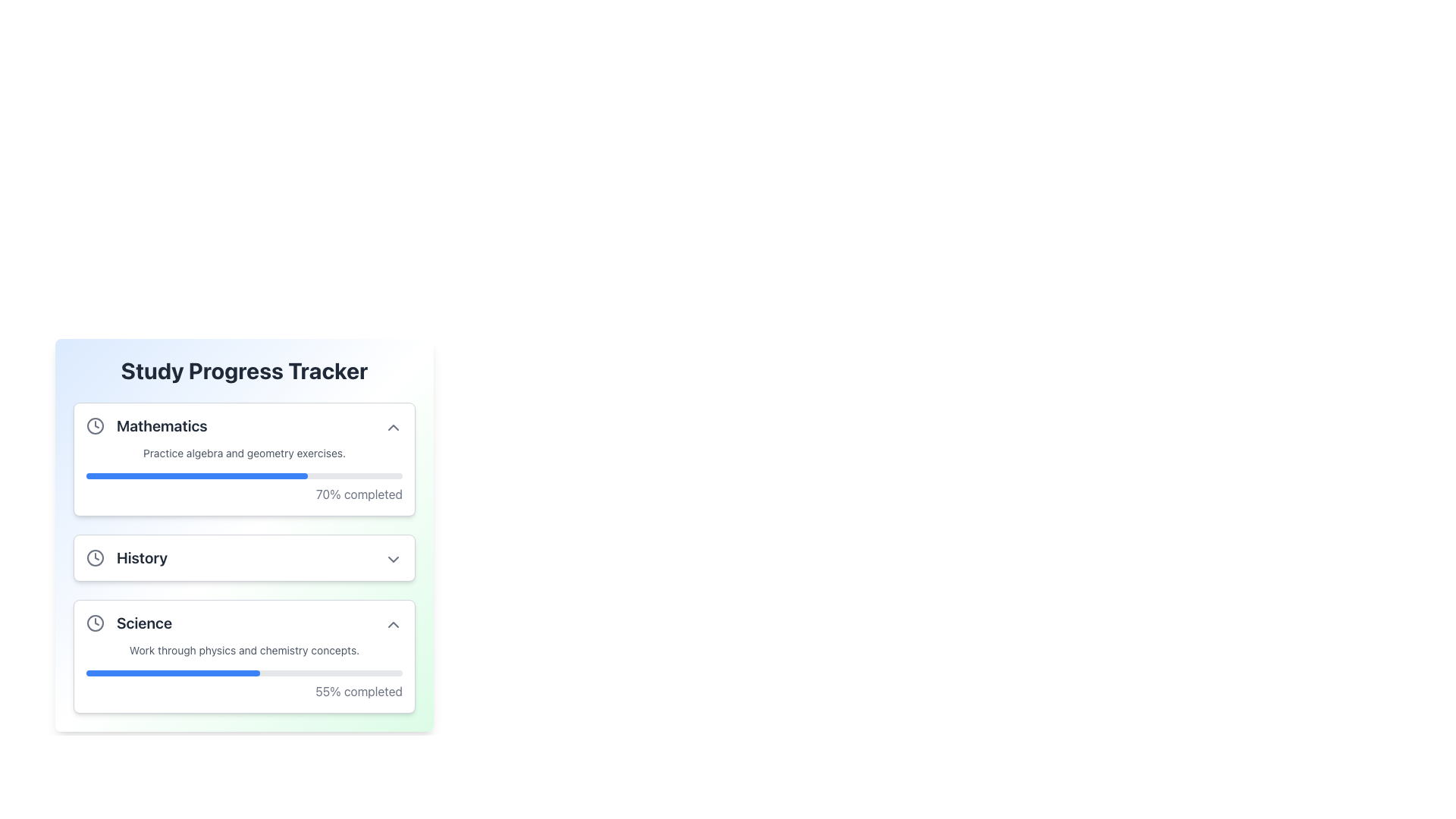 The height and width of the screenshot is (819, 1456). Describe the element at coordinates (244, 671) in the screenshot. I see `the progress bar labeled 'Work through physics and chemistry concepts'` at that location.